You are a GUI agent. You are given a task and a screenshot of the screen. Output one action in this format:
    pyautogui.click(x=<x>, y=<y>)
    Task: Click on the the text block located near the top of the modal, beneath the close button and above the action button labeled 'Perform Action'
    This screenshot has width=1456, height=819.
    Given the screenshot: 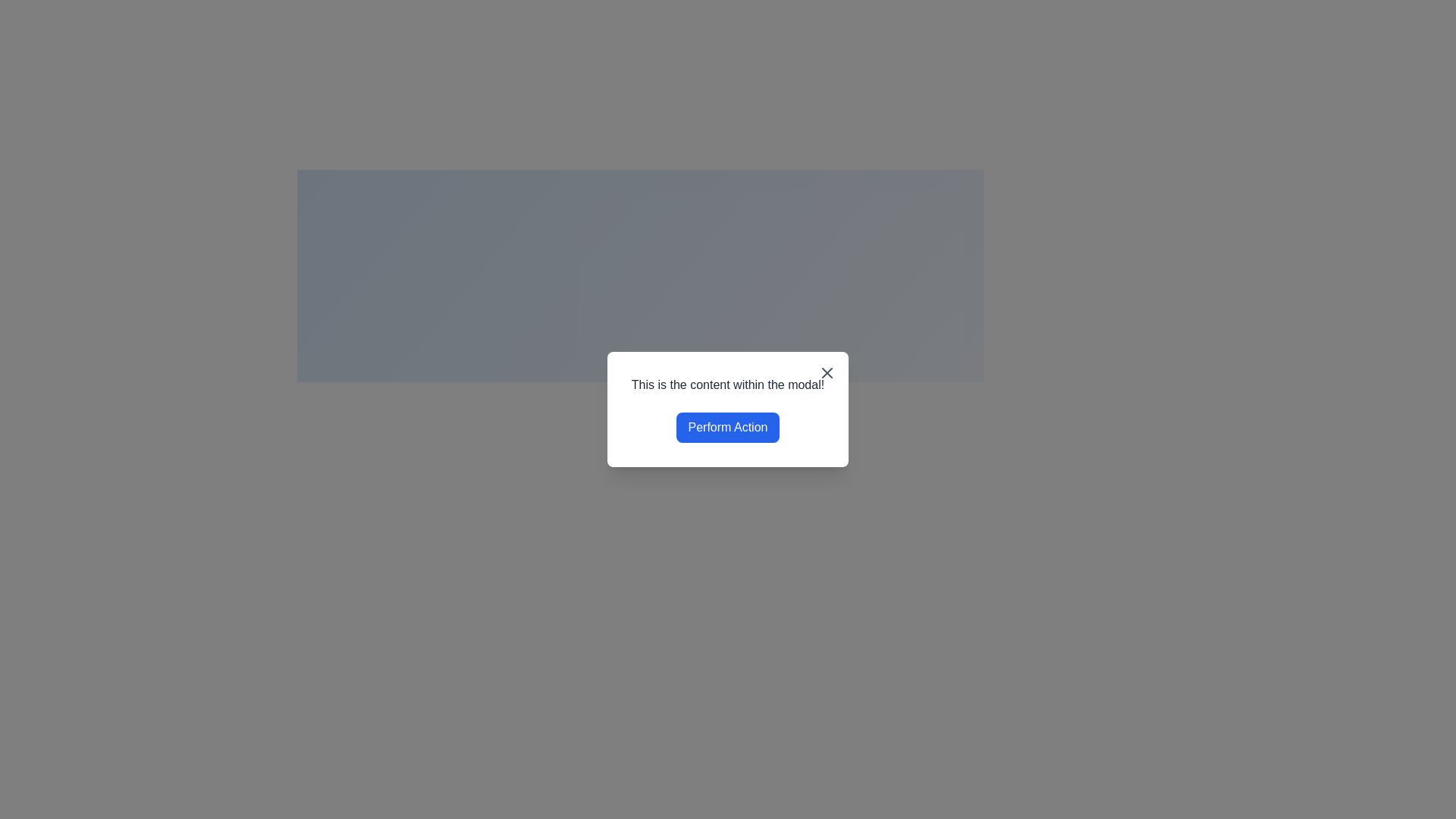 What is the action you would take?
    pyautogui.click(x=728, y=384)
    